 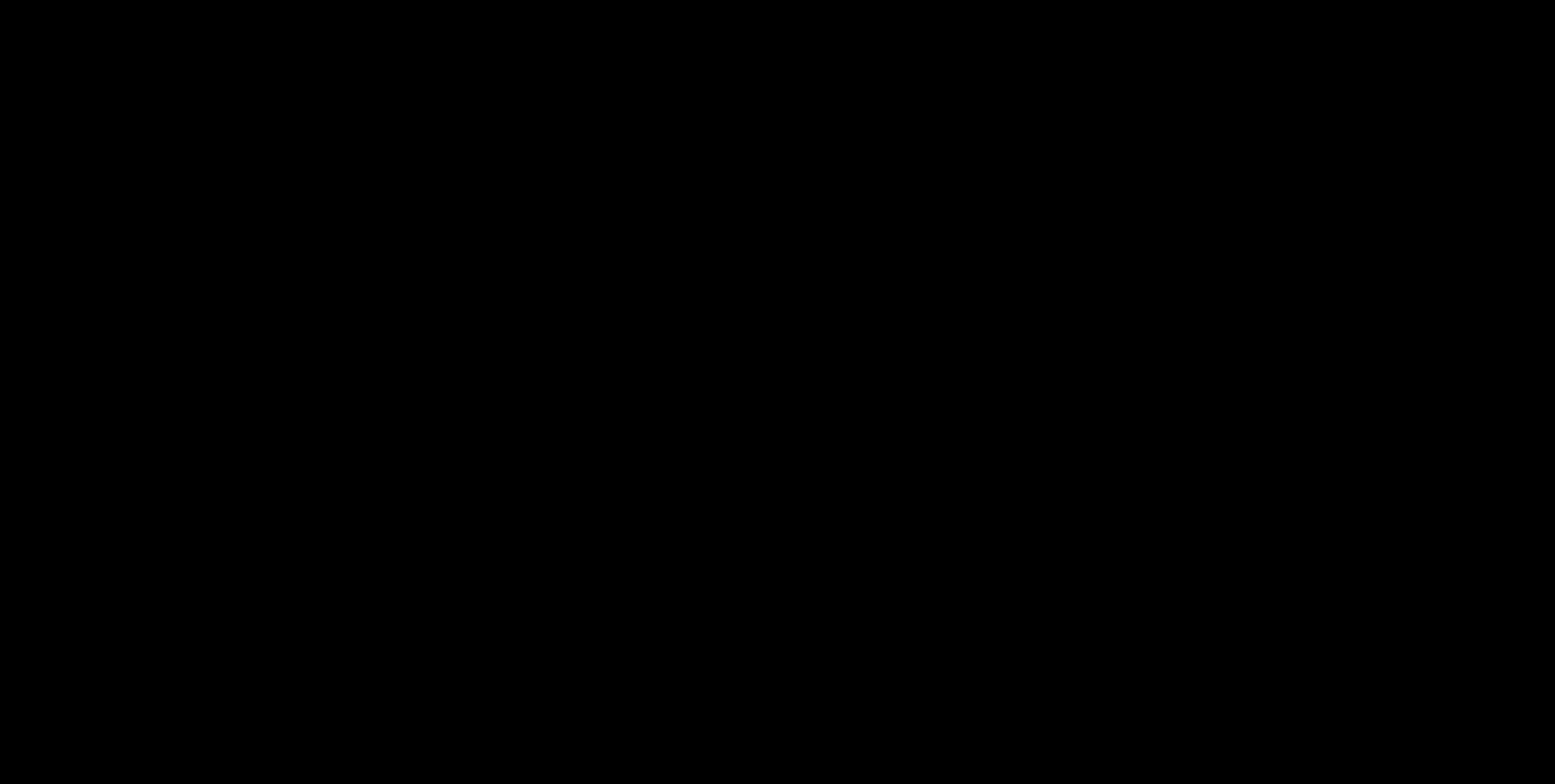 I want to click on 'Contact', so click(x=216, y=650).